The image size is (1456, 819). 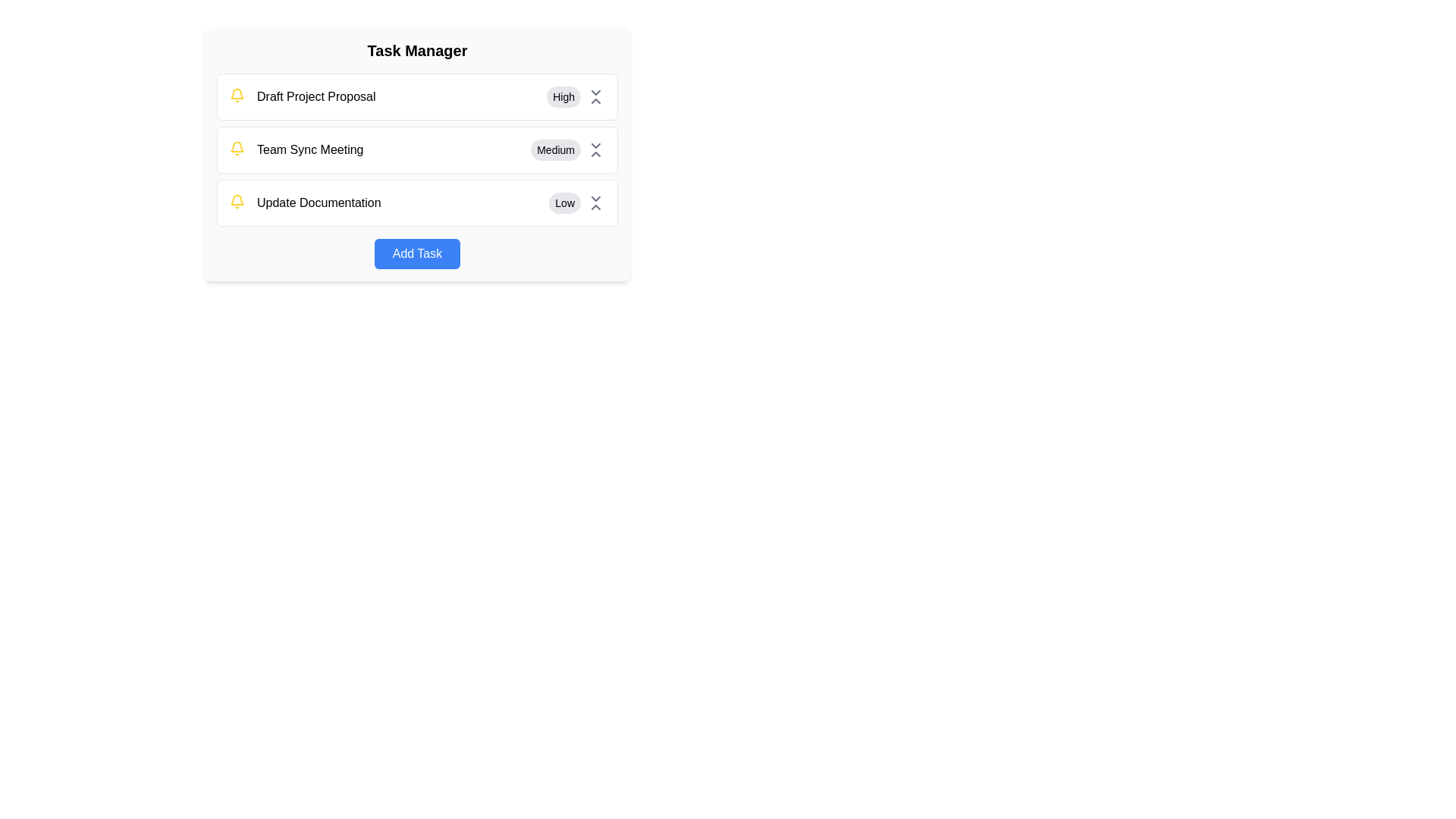 What do you see at coordinates (315, 96) in the screenshot?
I see `the text label that serves as the title for the first task entry, located to the right of a yellow notification icon and to the left of a 'High' priority indicator` at bounding box center [315, 96].